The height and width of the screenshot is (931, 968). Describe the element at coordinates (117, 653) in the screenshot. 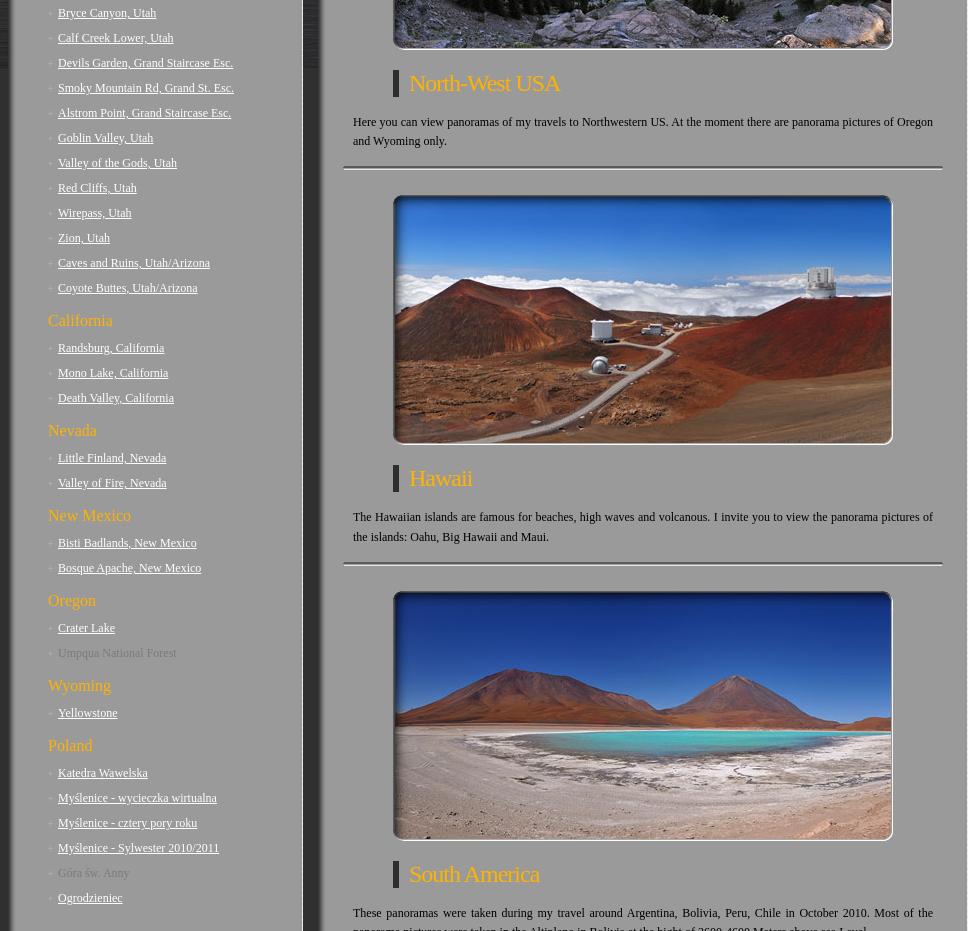

I see `'Umpqua National Forest'` at that location.